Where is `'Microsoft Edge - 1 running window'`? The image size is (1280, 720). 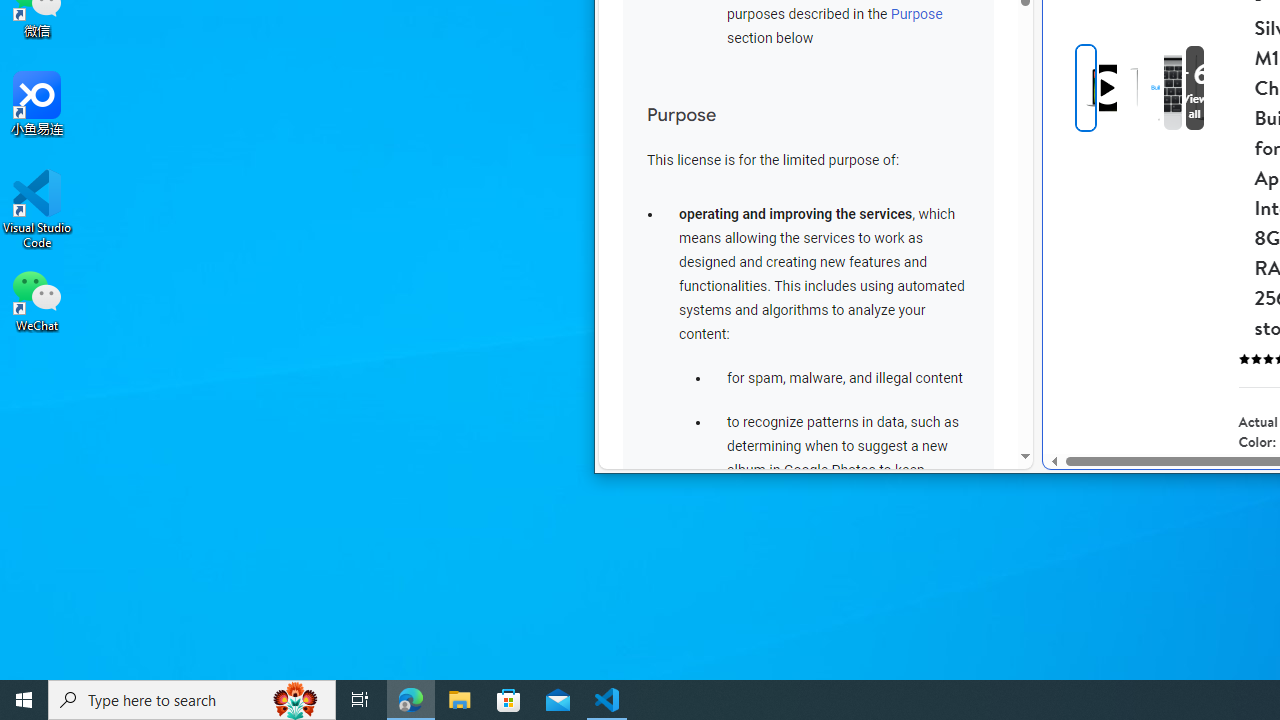 'Microsoft Edge - 1 running window' is located at coordinates (410, 698).